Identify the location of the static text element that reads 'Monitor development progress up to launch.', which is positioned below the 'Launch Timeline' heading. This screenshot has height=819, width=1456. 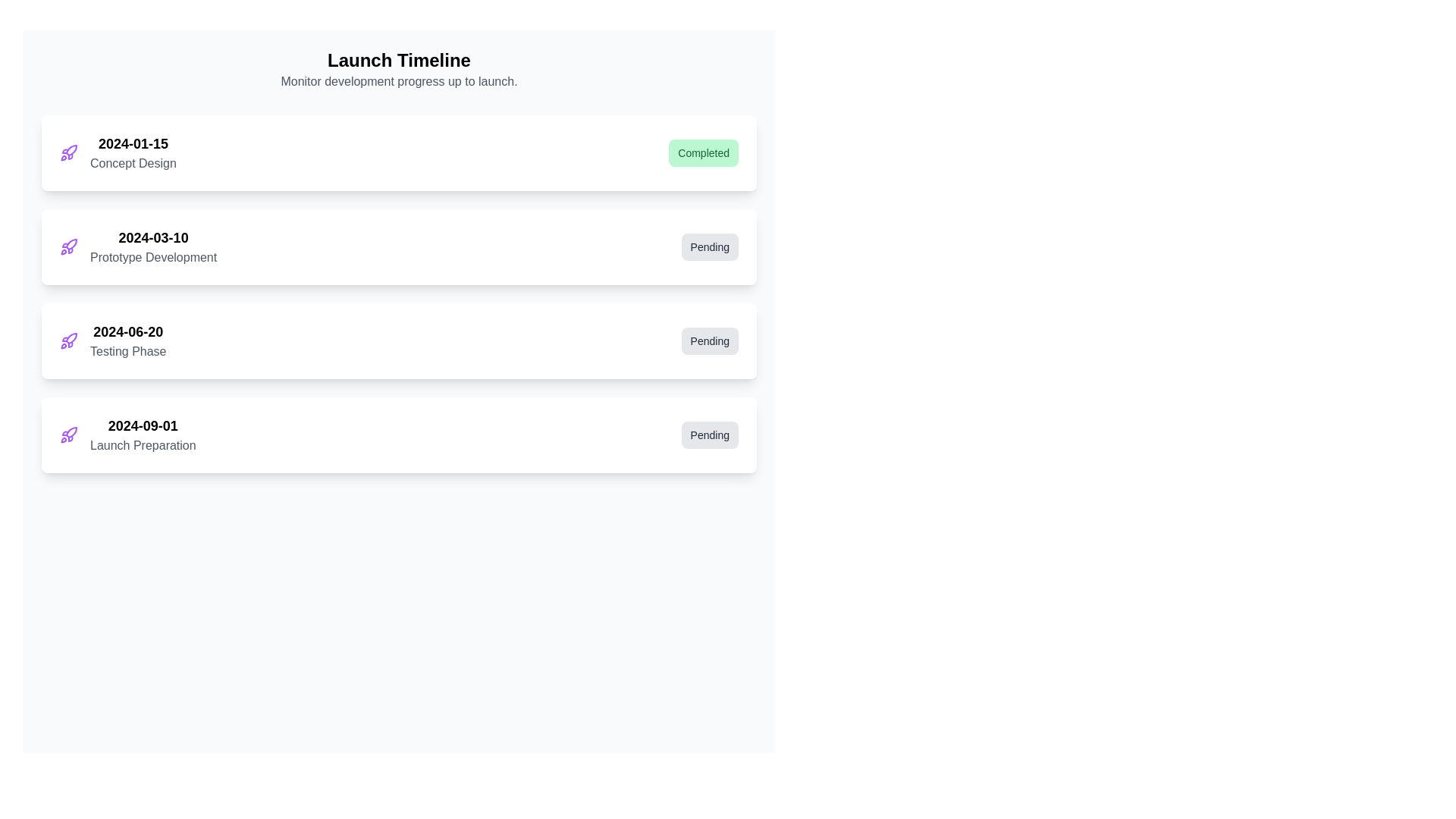
(399, 82).